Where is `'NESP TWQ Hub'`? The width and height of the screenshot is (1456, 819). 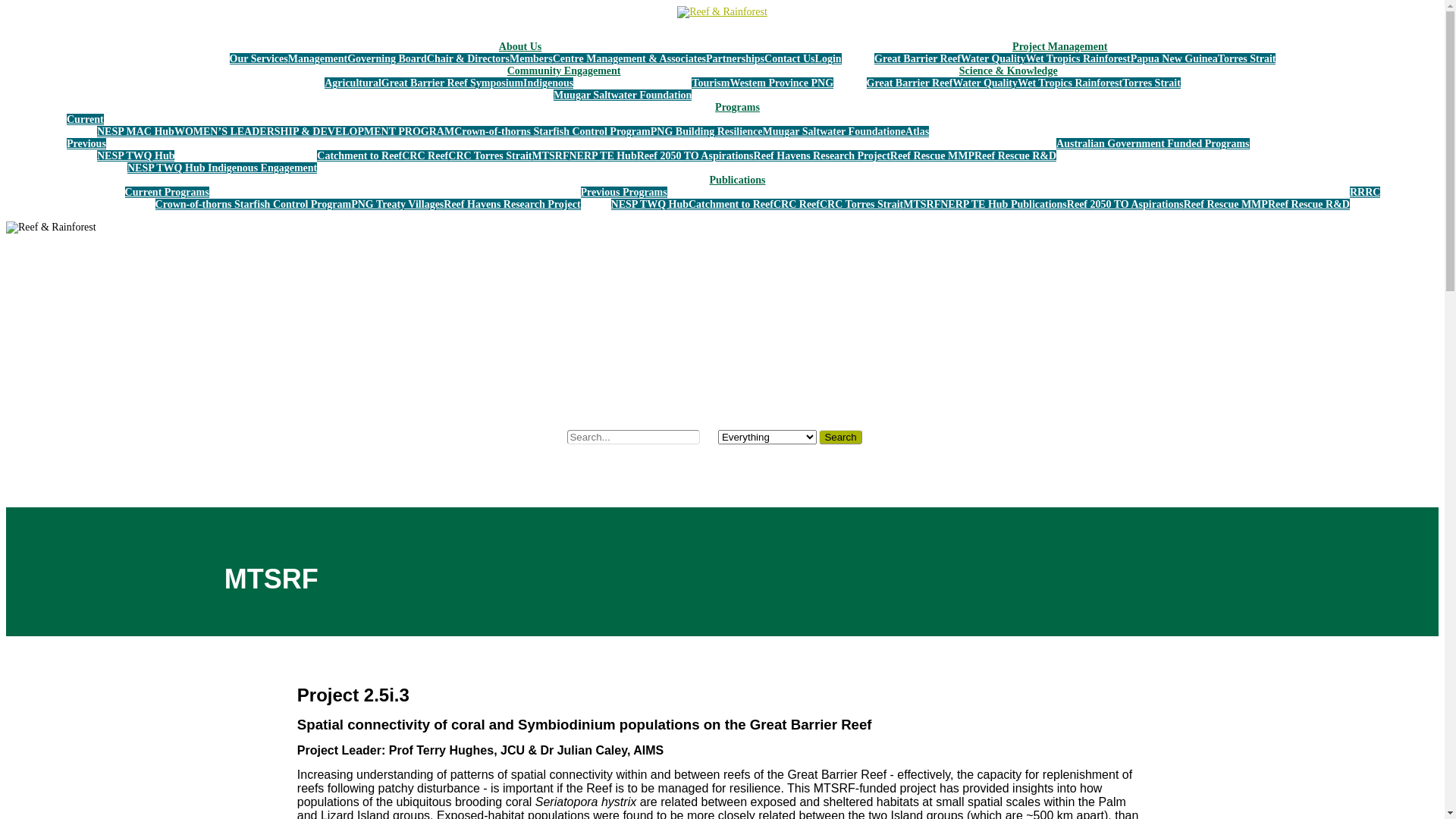
'NESP TWQ Hub' is located at coordinates (135, 155).